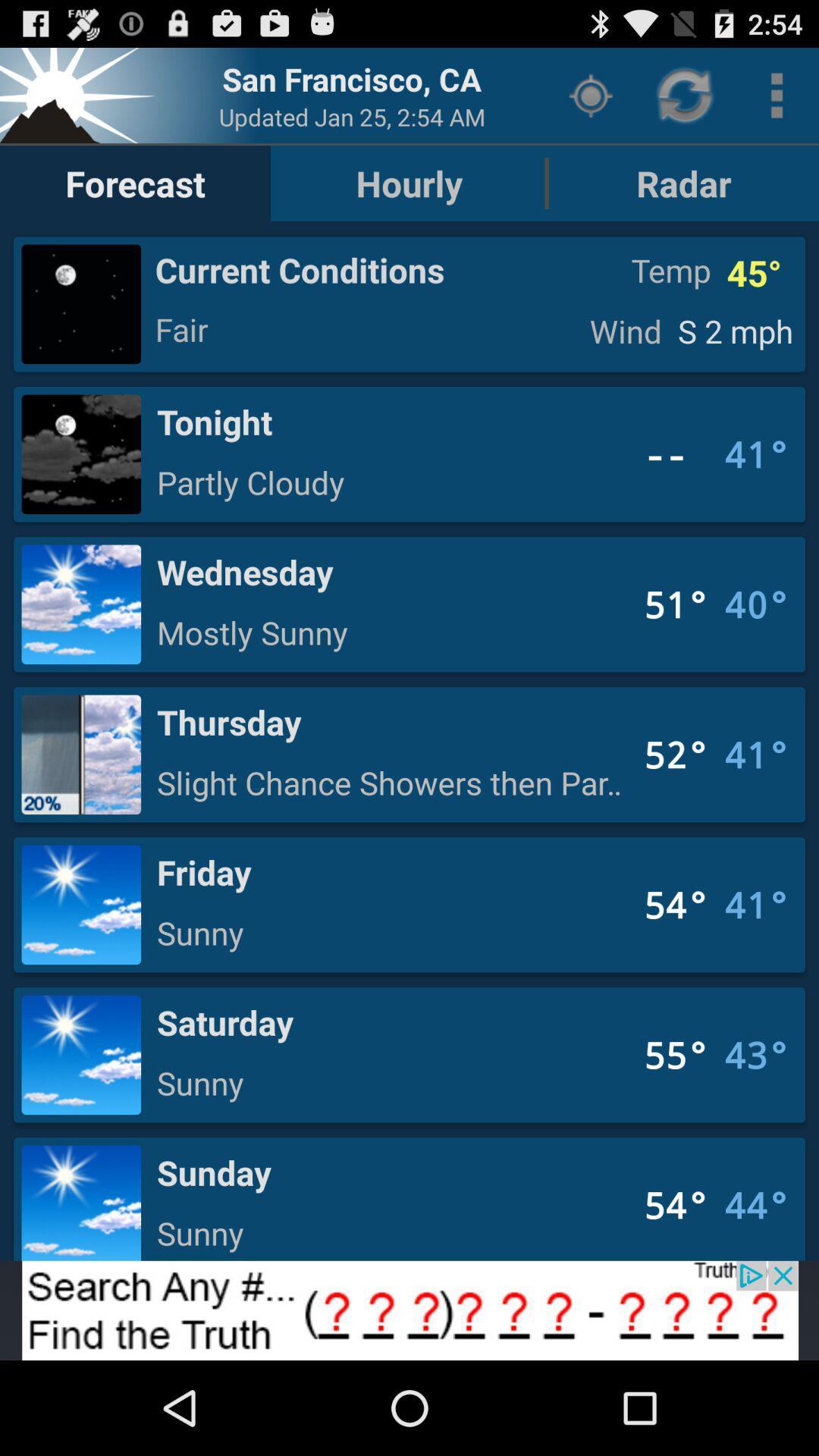  Describe the element at coordinates (590, 101) in the screenshot. I see `the location_crosshair icon` at that location.